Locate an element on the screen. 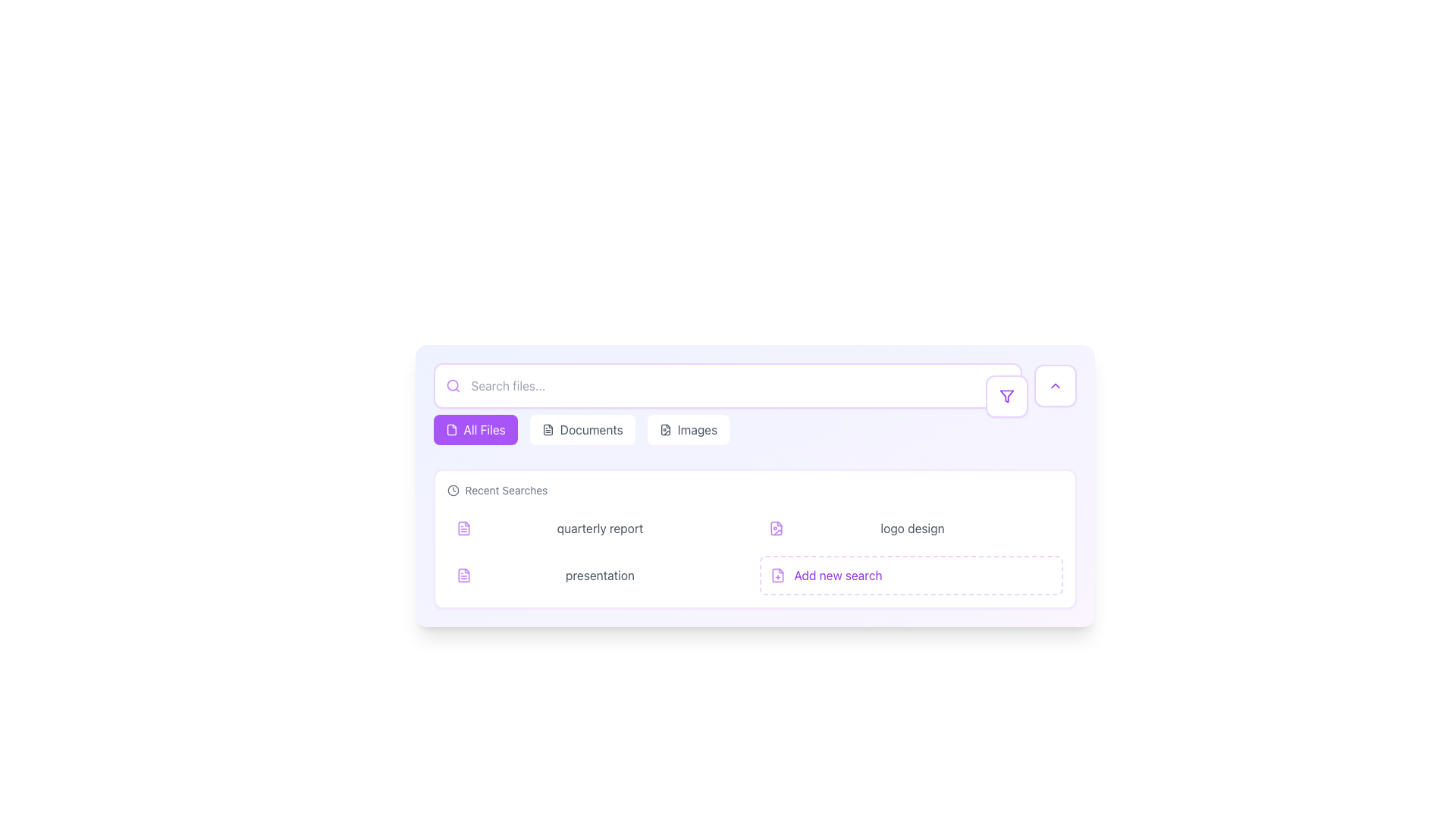 This screenshot has width=1456, height=819. the text label reading 'quarterly report' located in the 'Recent Searches' section, positioned between a document icon and a close button is located at coordinates (599, 528).